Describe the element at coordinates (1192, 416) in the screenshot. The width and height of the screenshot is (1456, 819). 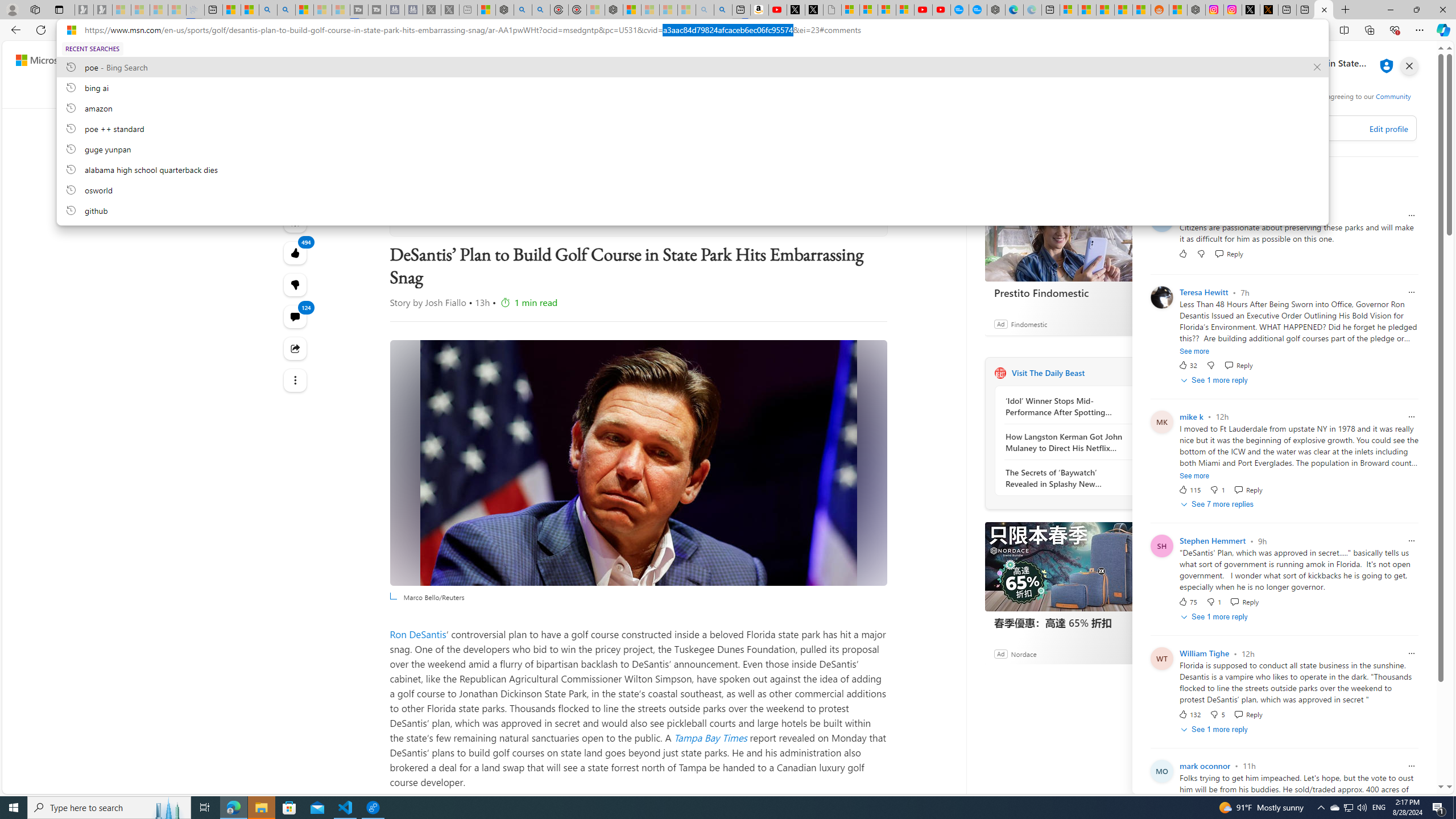
I see `'mike k'` at that location.